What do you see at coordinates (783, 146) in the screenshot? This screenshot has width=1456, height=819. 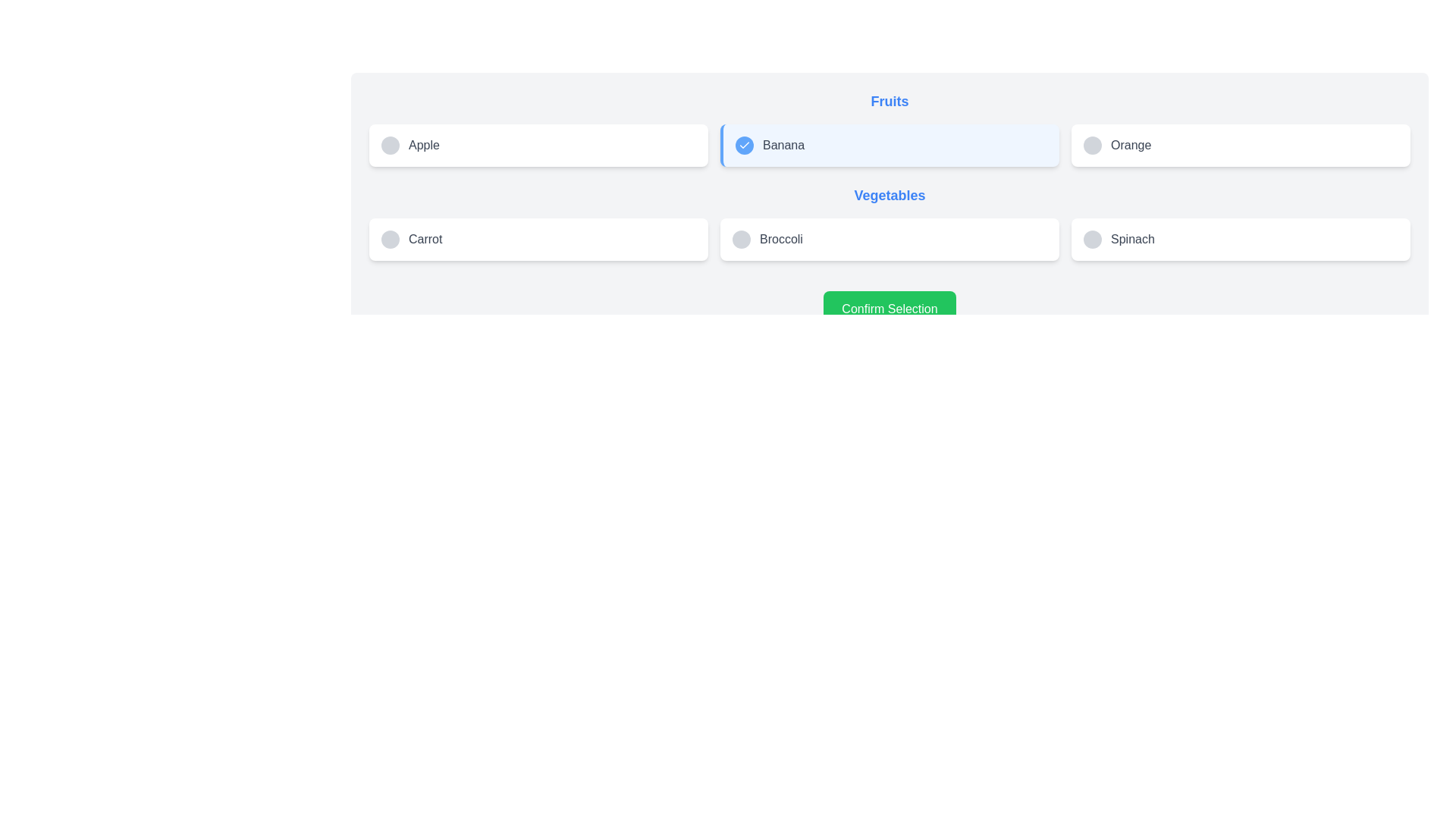 I see `text label displaying 'Banana' which is styled with medium gray font weight and located in a selectable component with a light blue background` at bounding box center [783, 146].